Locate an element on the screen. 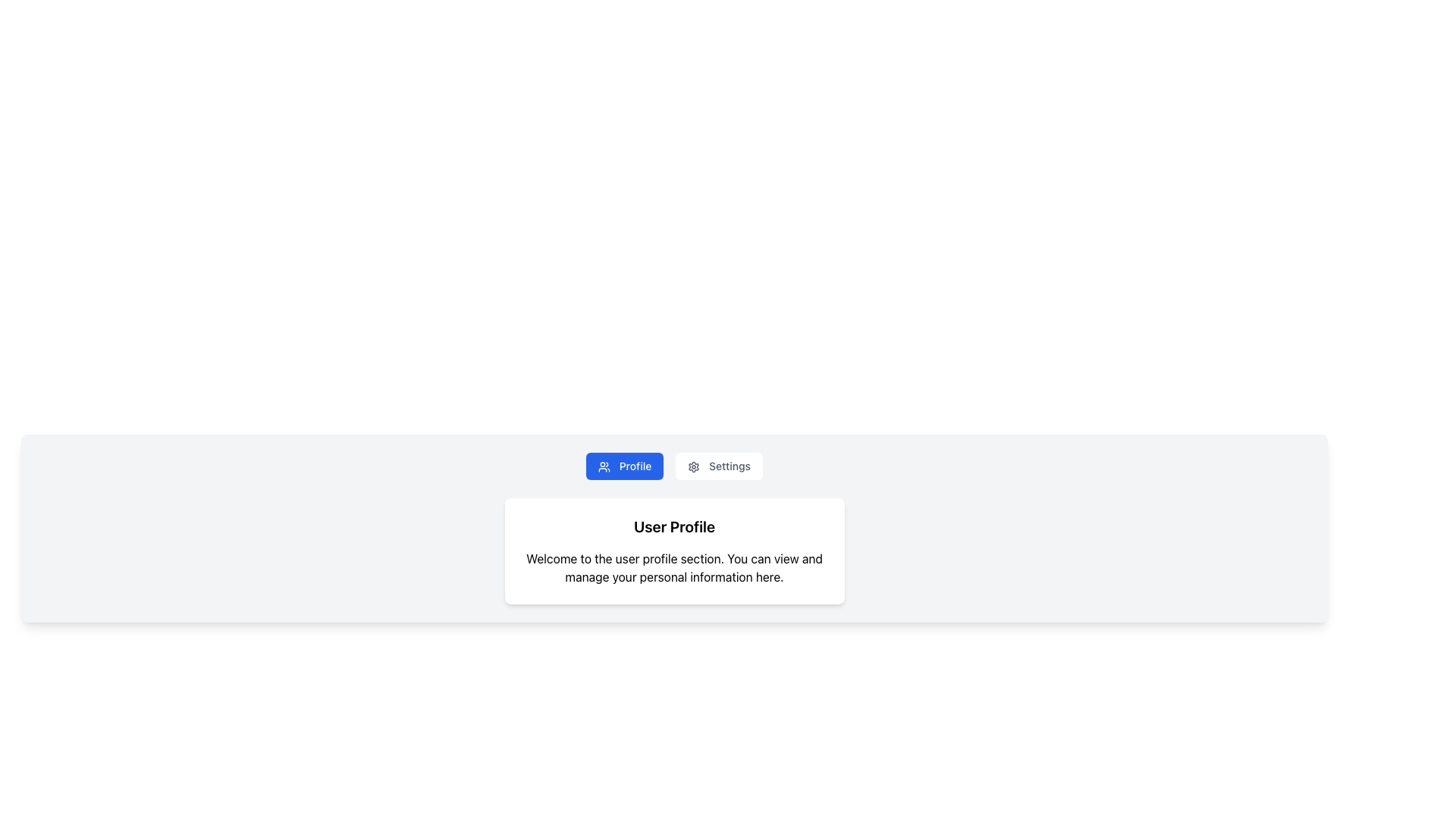 The image size is (1456, 819). the text label that serves as the title for the user profile section, positioned at the top-most part of the section and centered horizontally is located at coordinates (673, 526).